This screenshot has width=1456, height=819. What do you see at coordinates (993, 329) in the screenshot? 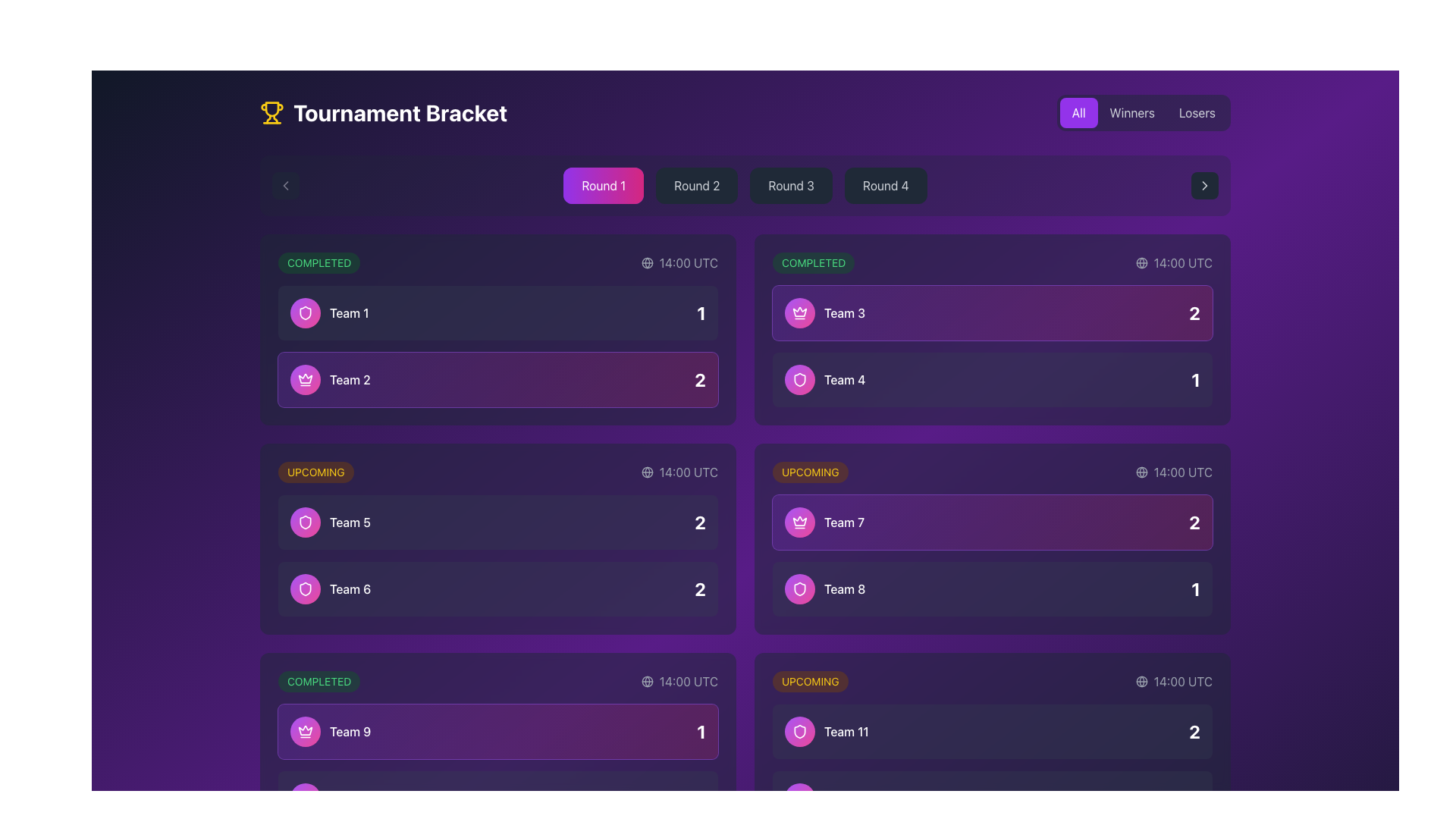
I see `the Tournament match result display block that shows the completed match result, including teams, scores, and match status` at bounding box center [993, 329].